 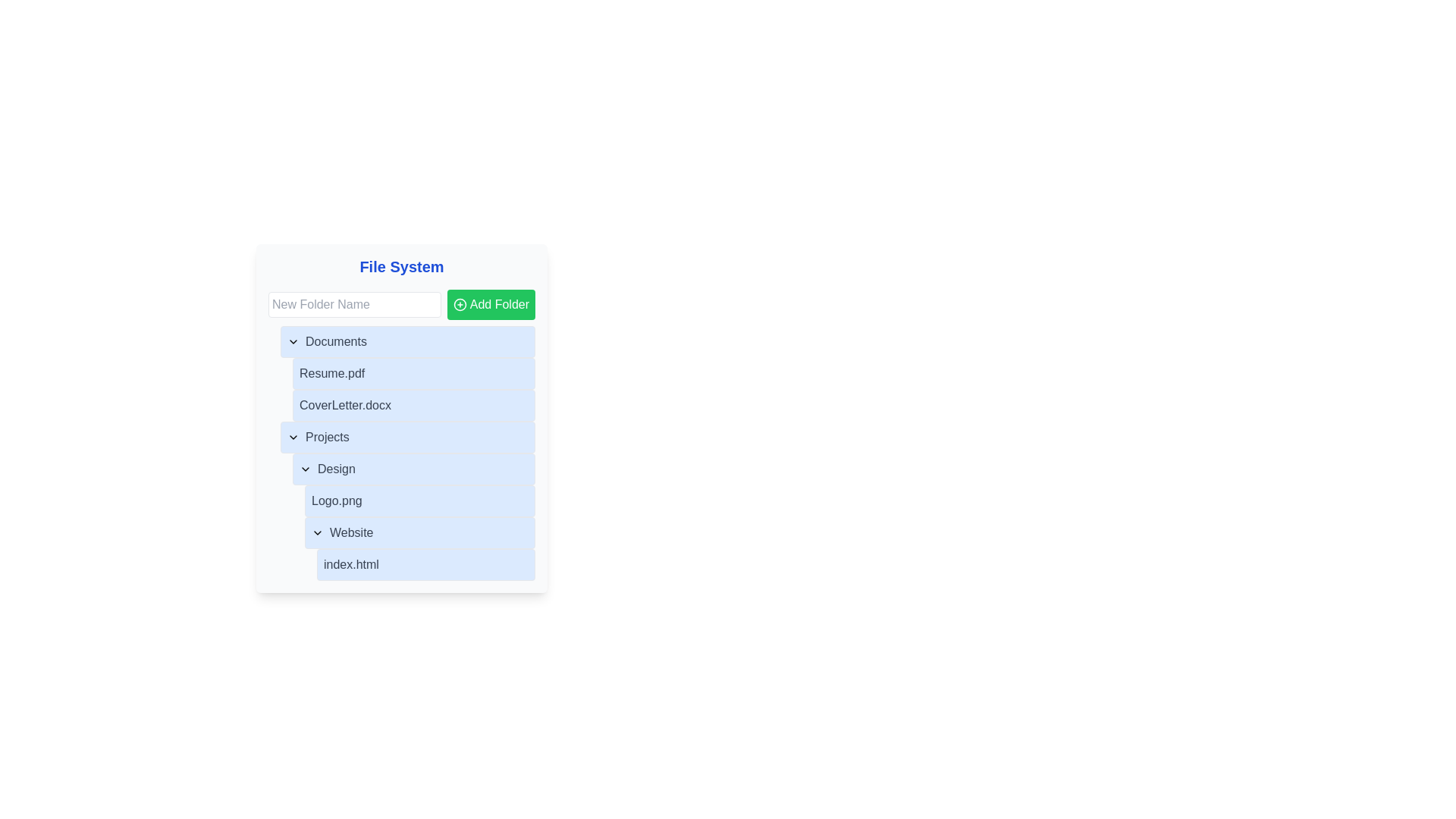 I want to click on the Toggleable folder or file list item located under the 'Website' entry, which is nested under 'Logo.png', so click(x=414, y=532).